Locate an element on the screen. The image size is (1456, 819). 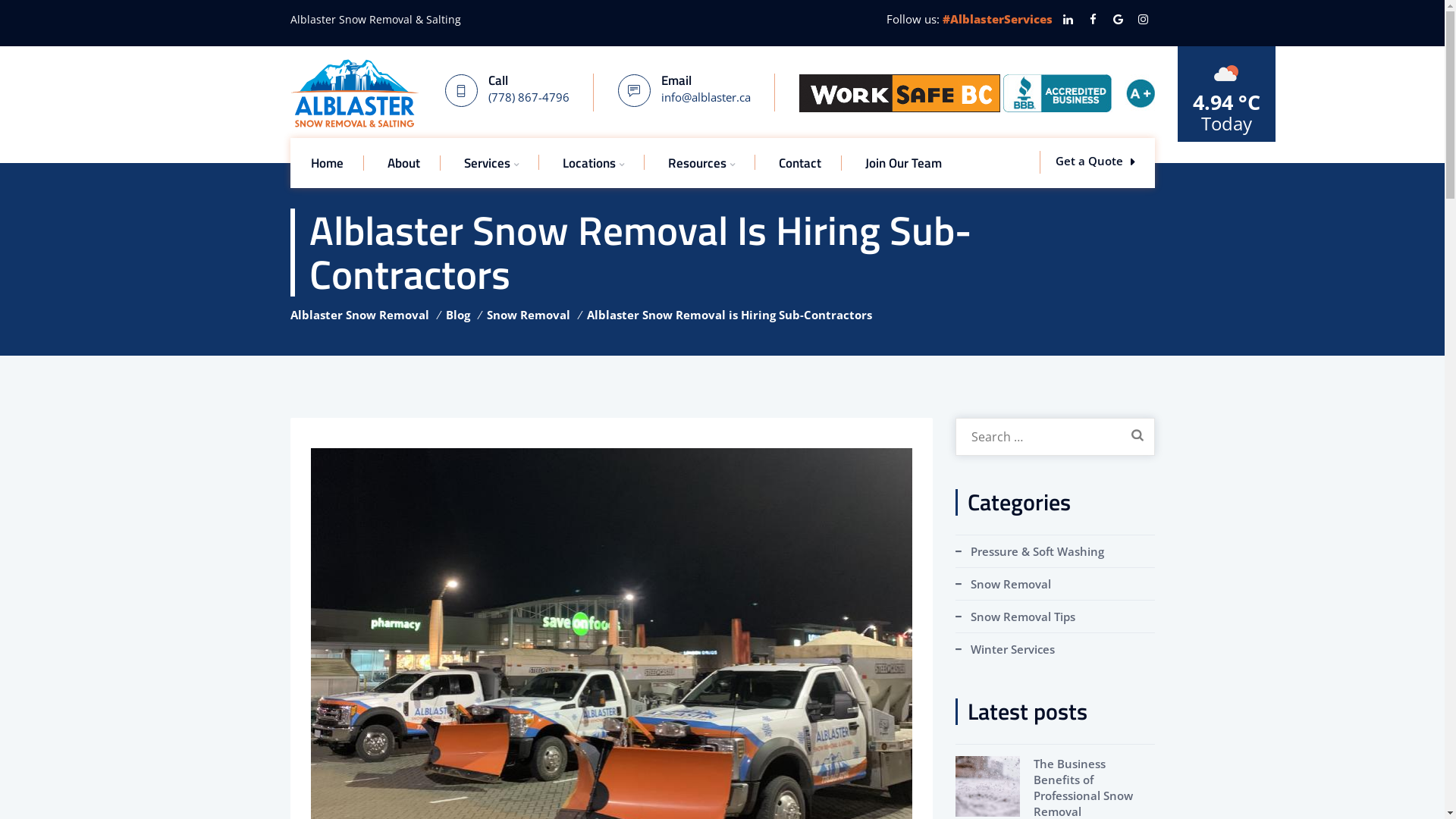
'About' is located at coordinates (403, 162).